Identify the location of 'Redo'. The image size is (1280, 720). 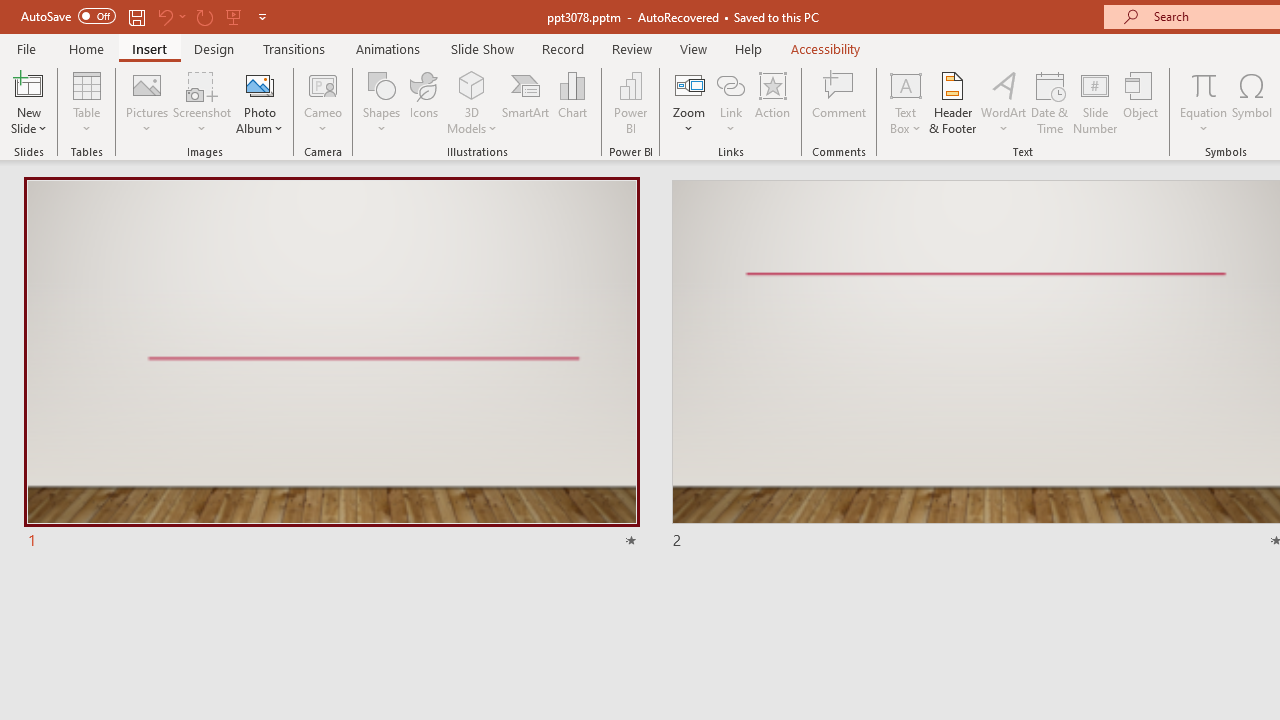
(204, 16).